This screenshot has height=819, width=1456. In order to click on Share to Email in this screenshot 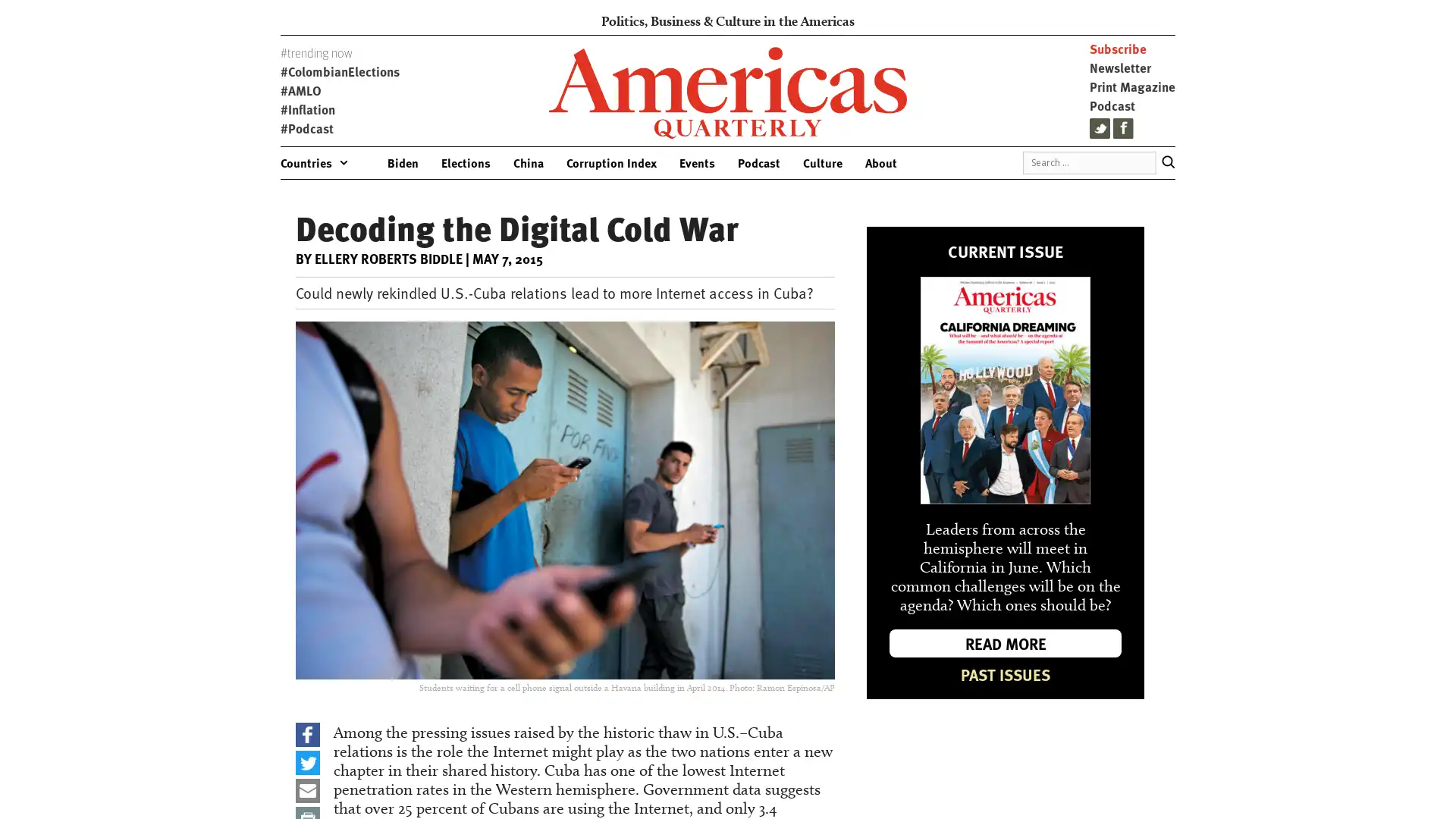, I will do `click(307, 789)`.